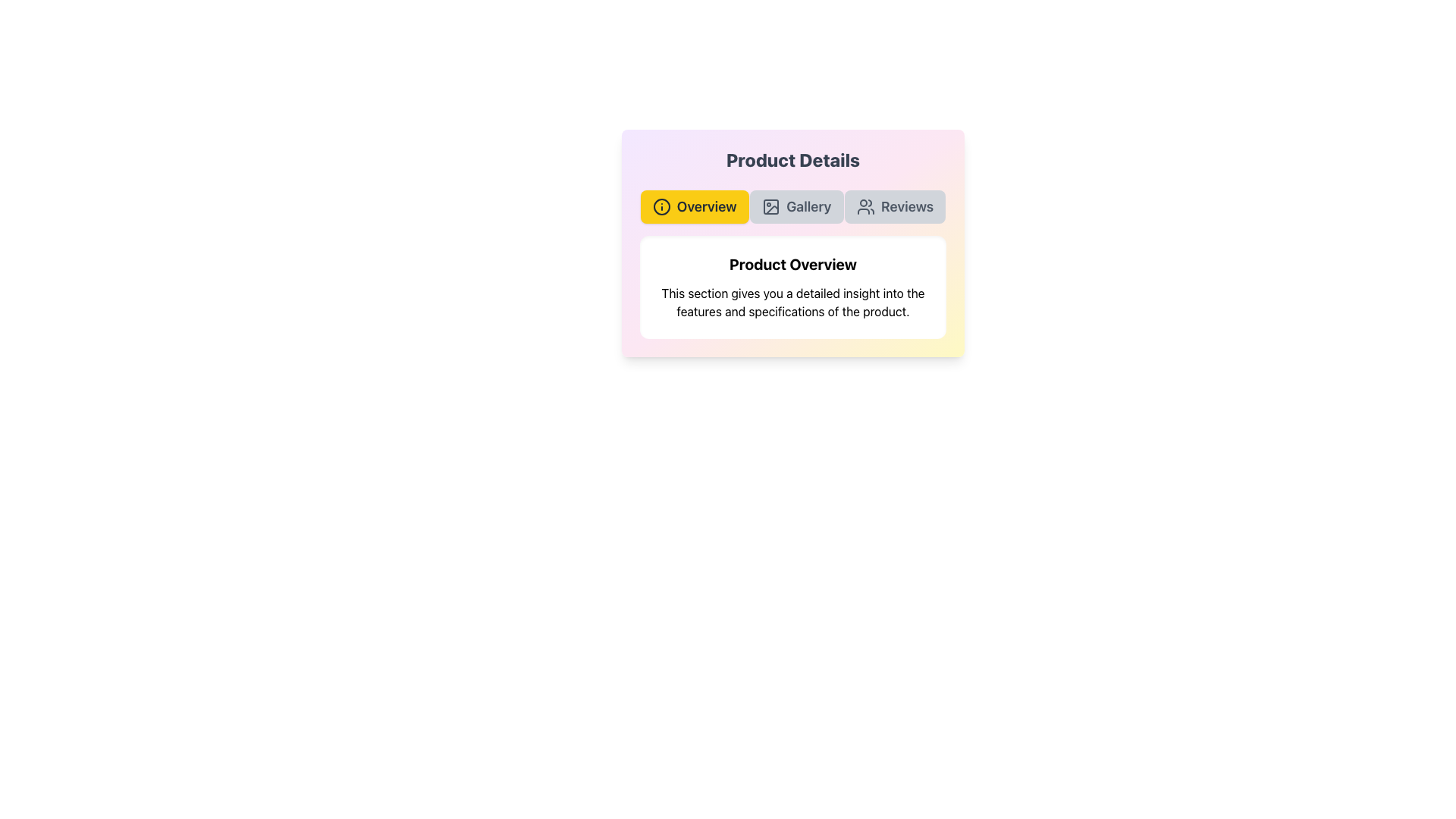  What do you see at coordinates (866, 207) in the screenshot?
I see `the small icon depicting two abstract human figures, which is part of the 'Reviews' button group located in the navigation bar of the 'Product Details' section` at bounding box center [866, 207].